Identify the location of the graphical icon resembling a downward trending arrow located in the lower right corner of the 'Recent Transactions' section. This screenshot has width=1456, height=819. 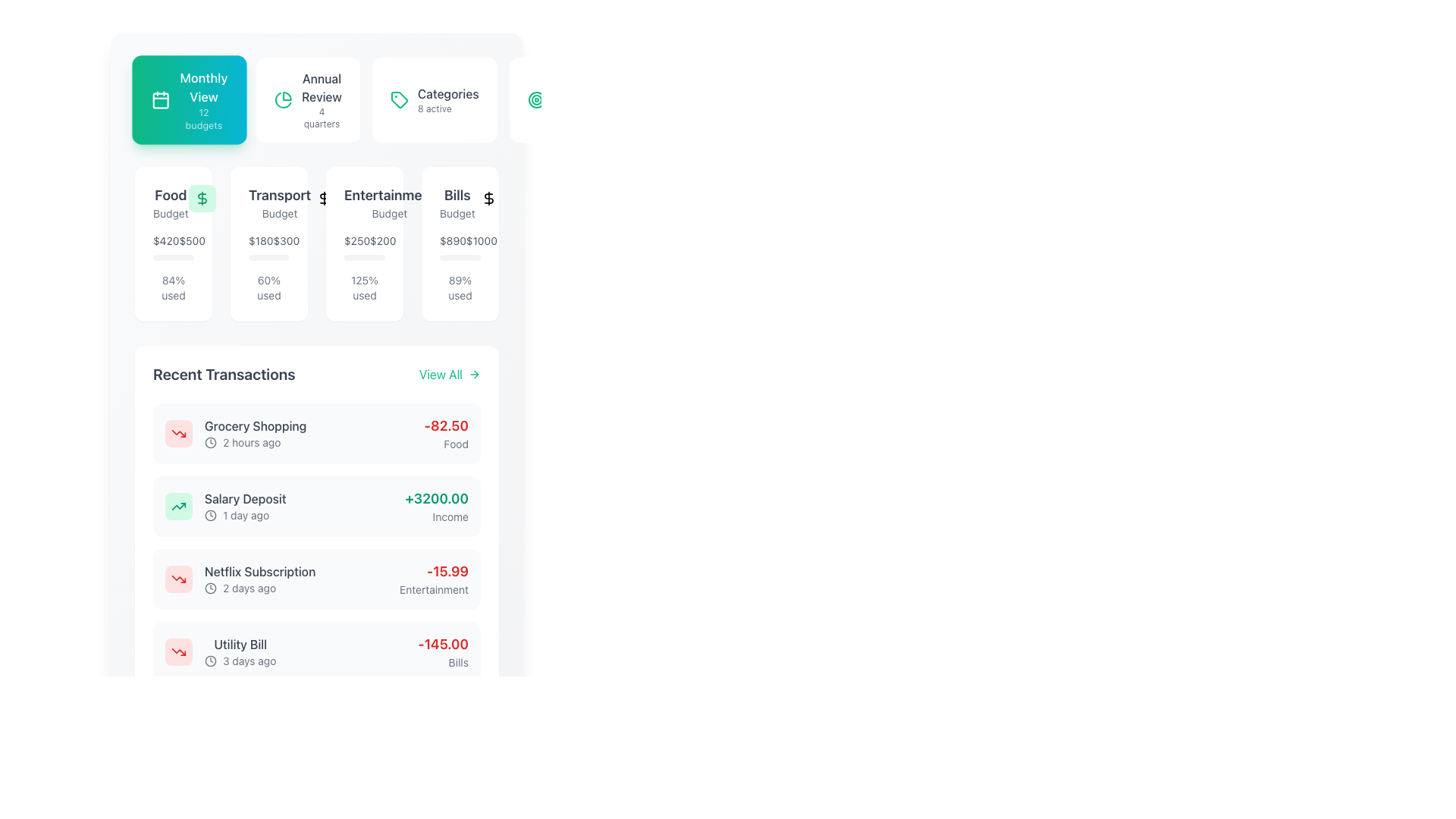
(178, 579).